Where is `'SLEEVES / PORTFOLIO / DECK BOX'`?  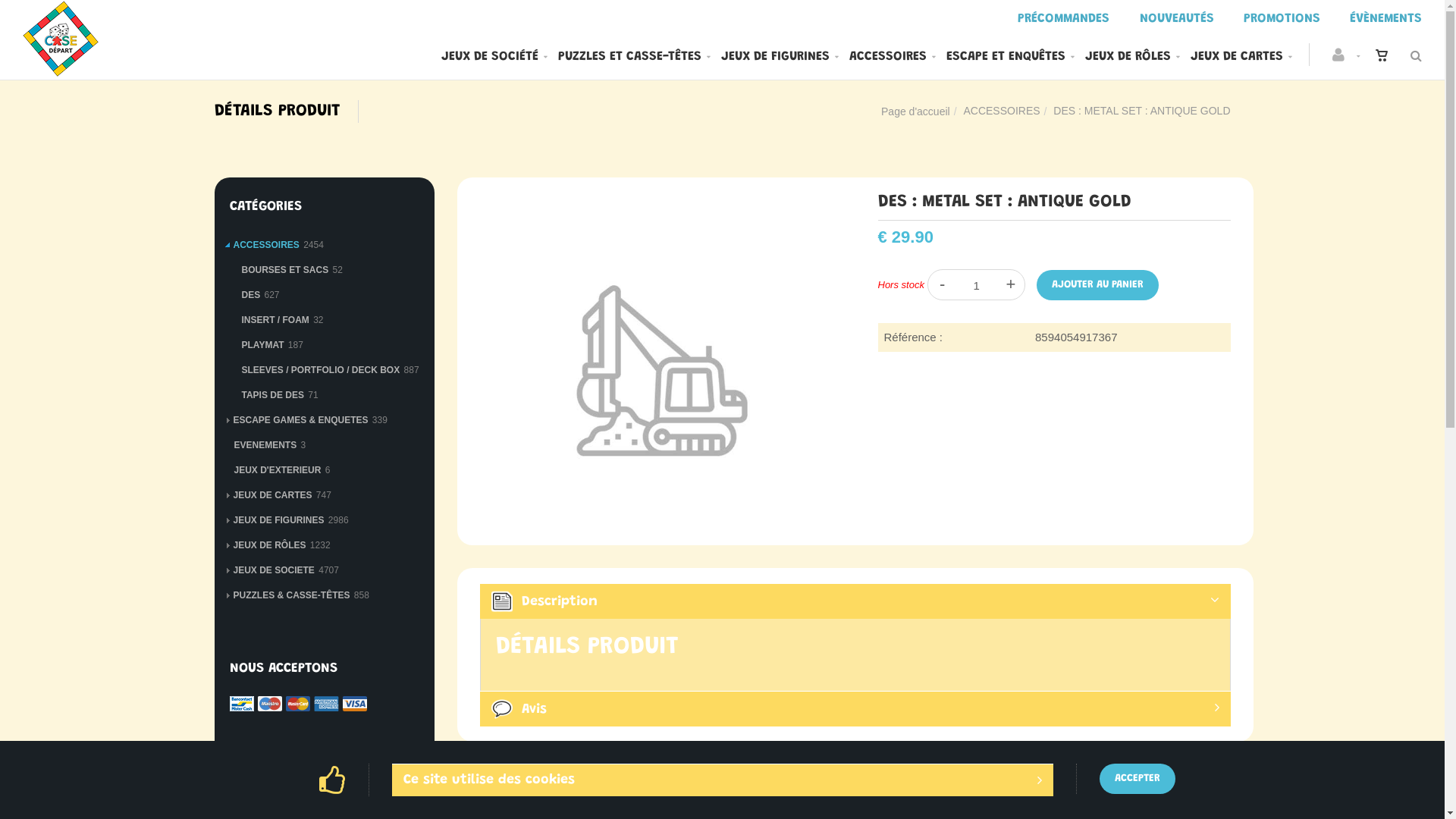
'SLEEVES / PORTFOLIO / DECK BOX' is located at coordinates (319, 370).